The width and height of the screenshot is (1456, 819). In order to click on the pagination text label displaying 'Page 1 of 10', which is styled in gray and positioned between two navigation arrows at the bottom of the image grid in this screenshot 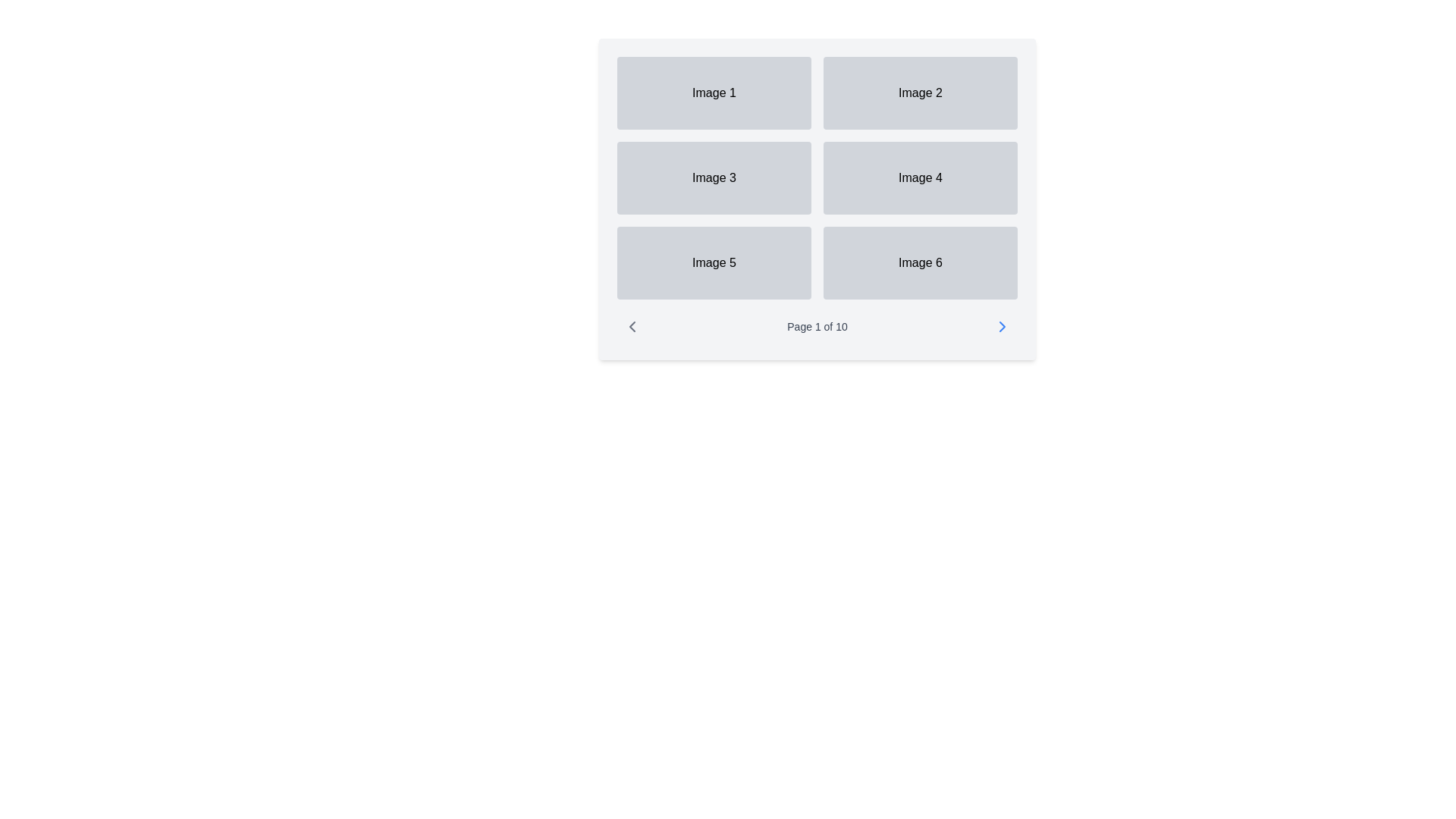, I will do `click(817, 326)`.